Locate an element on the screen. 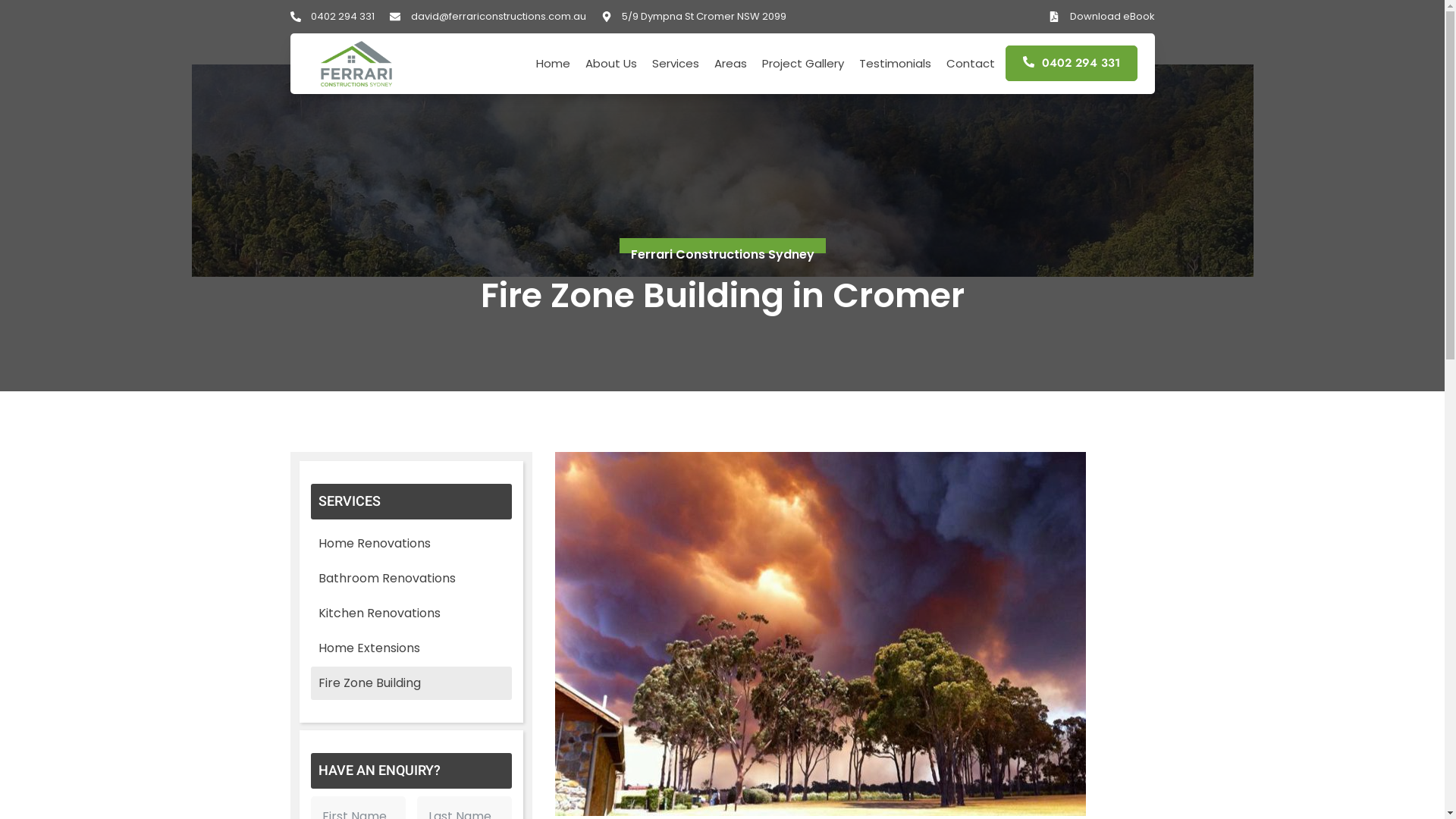 Image resolution: width=1456 pixels, height=819 pixels. 'Download eBook' is located at coordinates (1102, 17).